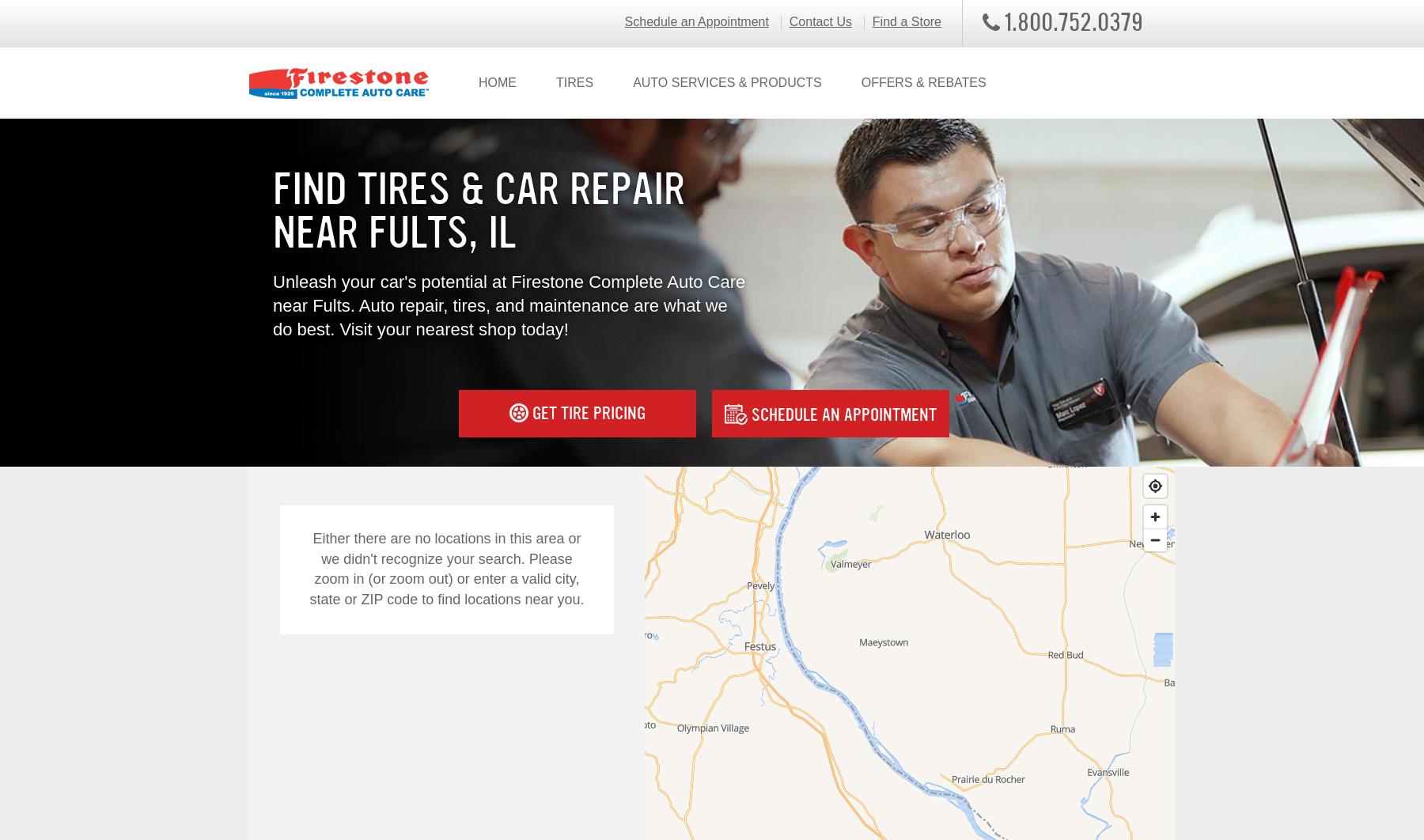 This screenshot has height=840, width=1424. What do you see at coordinates (860, 82) in the screenshot?
I see `'OFFERS & REBATES'` at bounding box center [860, 82].